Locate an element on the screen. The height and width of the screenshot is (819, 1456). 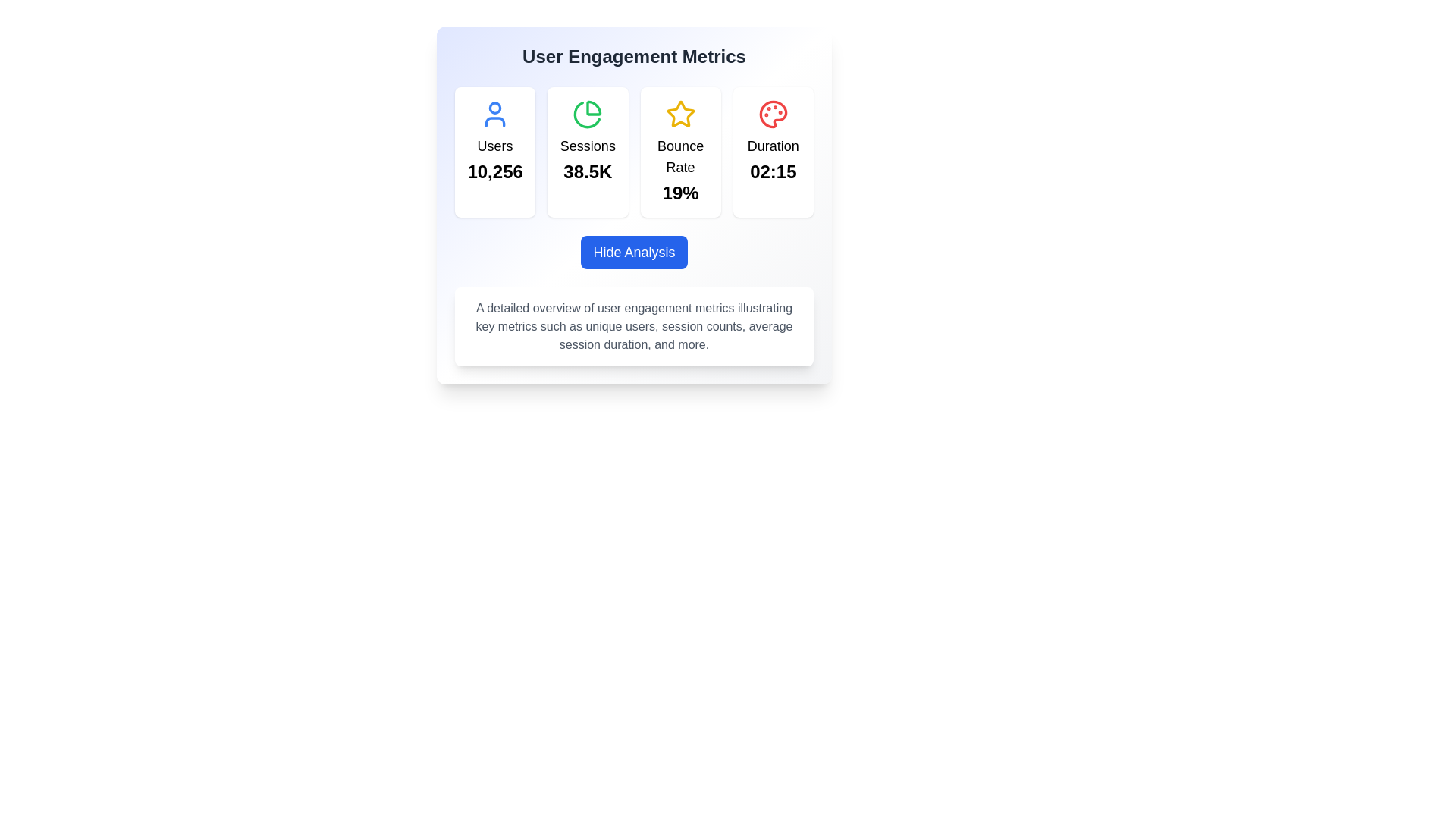
the Informational card that serves as an indicator of duration, positioned as the fourth card in a horizontal grid layout, located to the right of the 'Bounce Rate' card is located at coordinates (773, 152).